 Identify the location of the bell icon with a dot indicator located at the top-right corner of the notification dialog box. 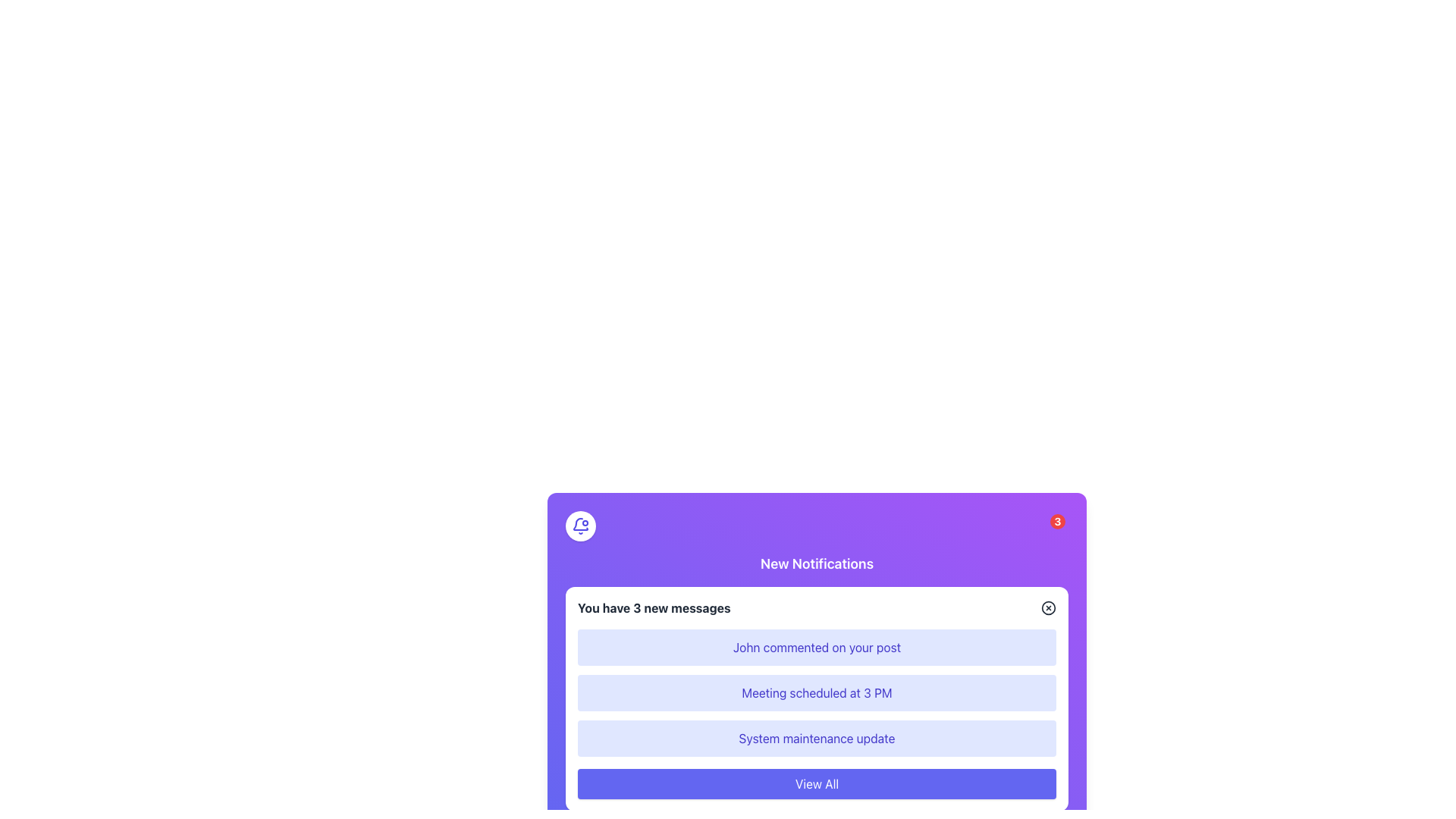
(580, 526).